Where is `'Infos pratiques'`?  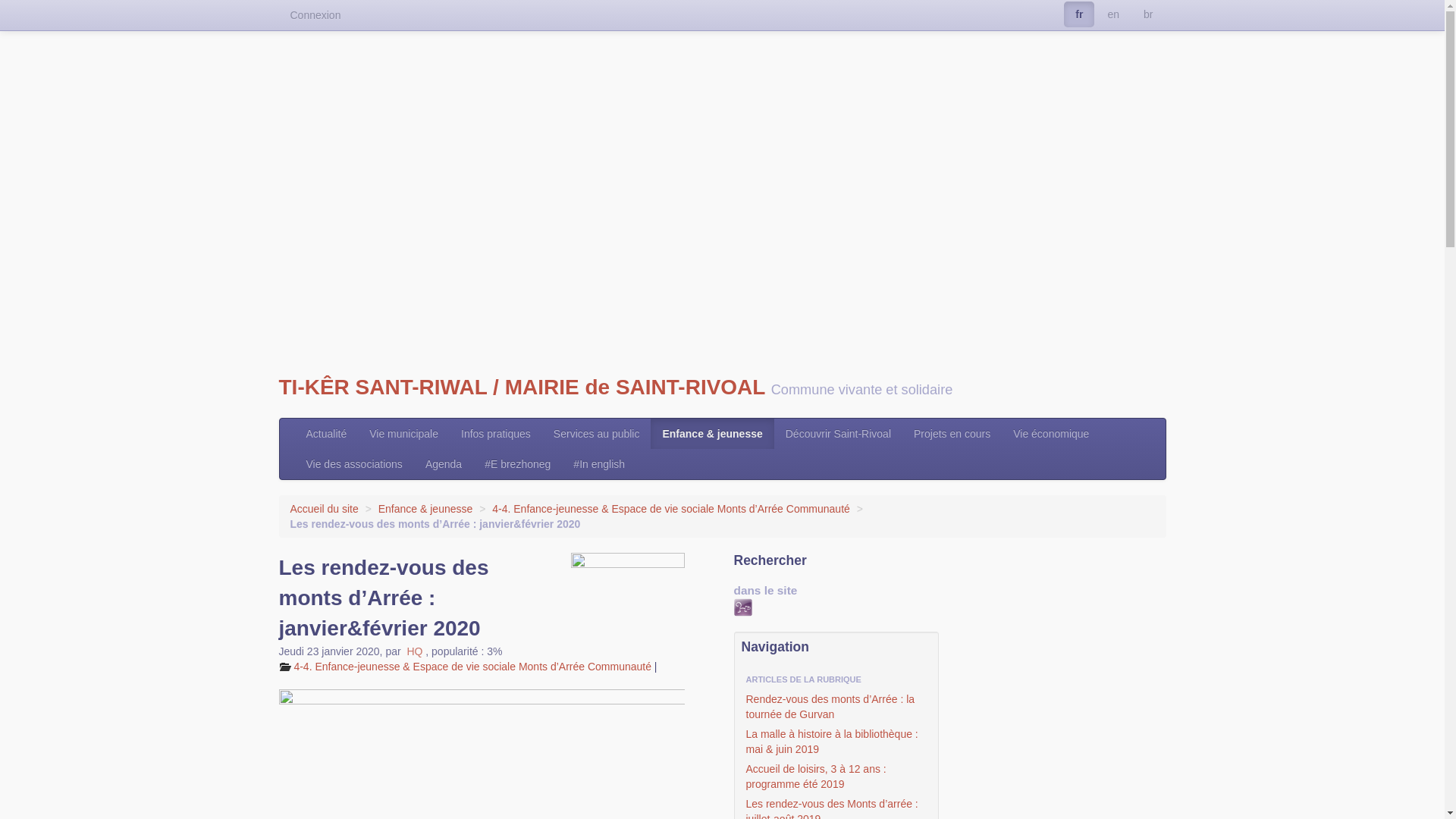
'Infos pratiques' is located at coordinates (449, 433).